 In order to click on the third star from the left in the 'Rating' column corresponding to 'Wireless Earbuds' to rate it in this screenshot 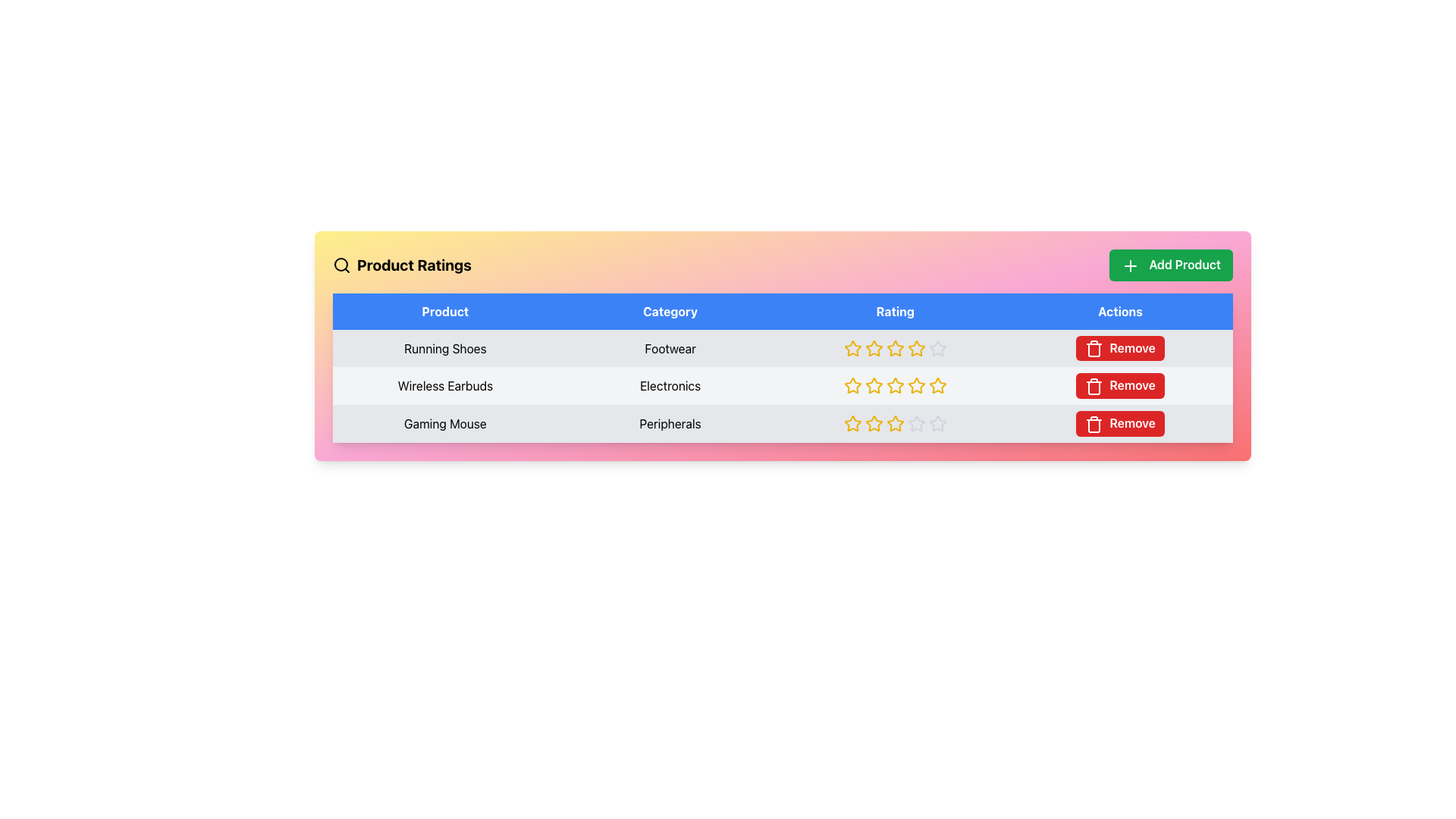, I will do `click(852, 385)`.